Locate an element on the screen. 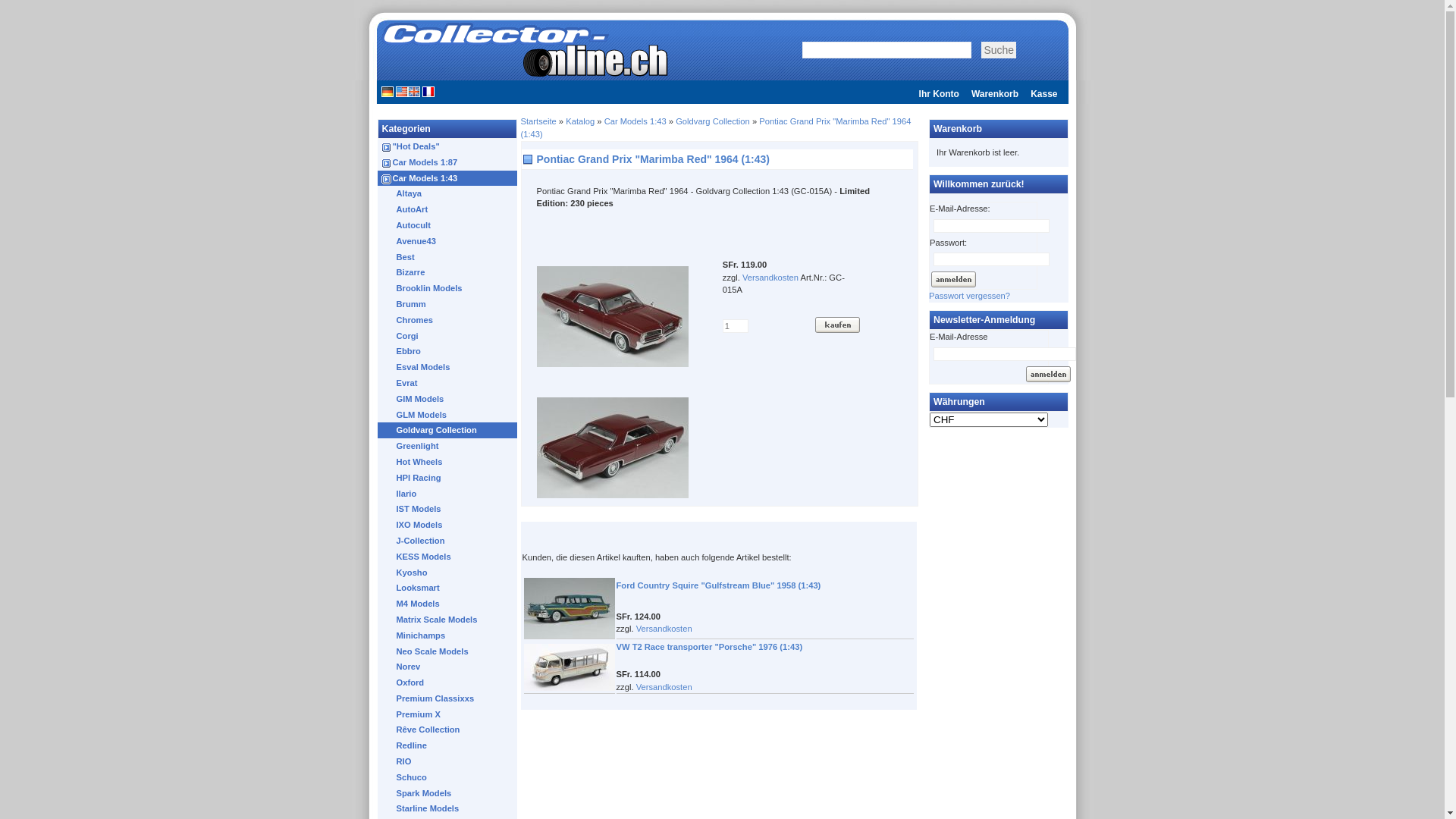  'J-Collection' is located at coordinates (378, 540).